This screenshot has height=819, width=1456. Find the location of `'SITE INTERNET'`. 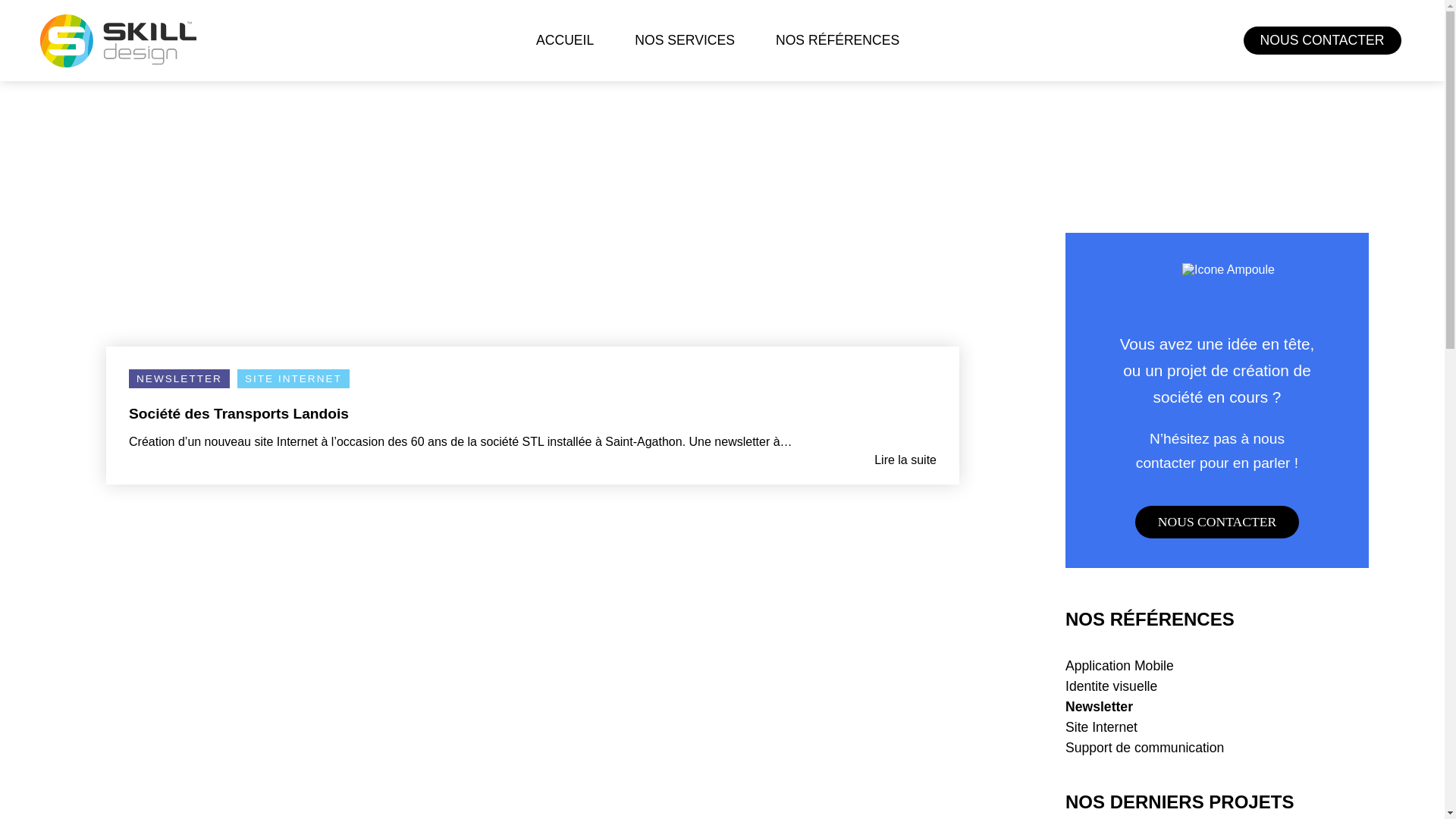

'SITE INTERNET' is located at coordinates (293, 378).